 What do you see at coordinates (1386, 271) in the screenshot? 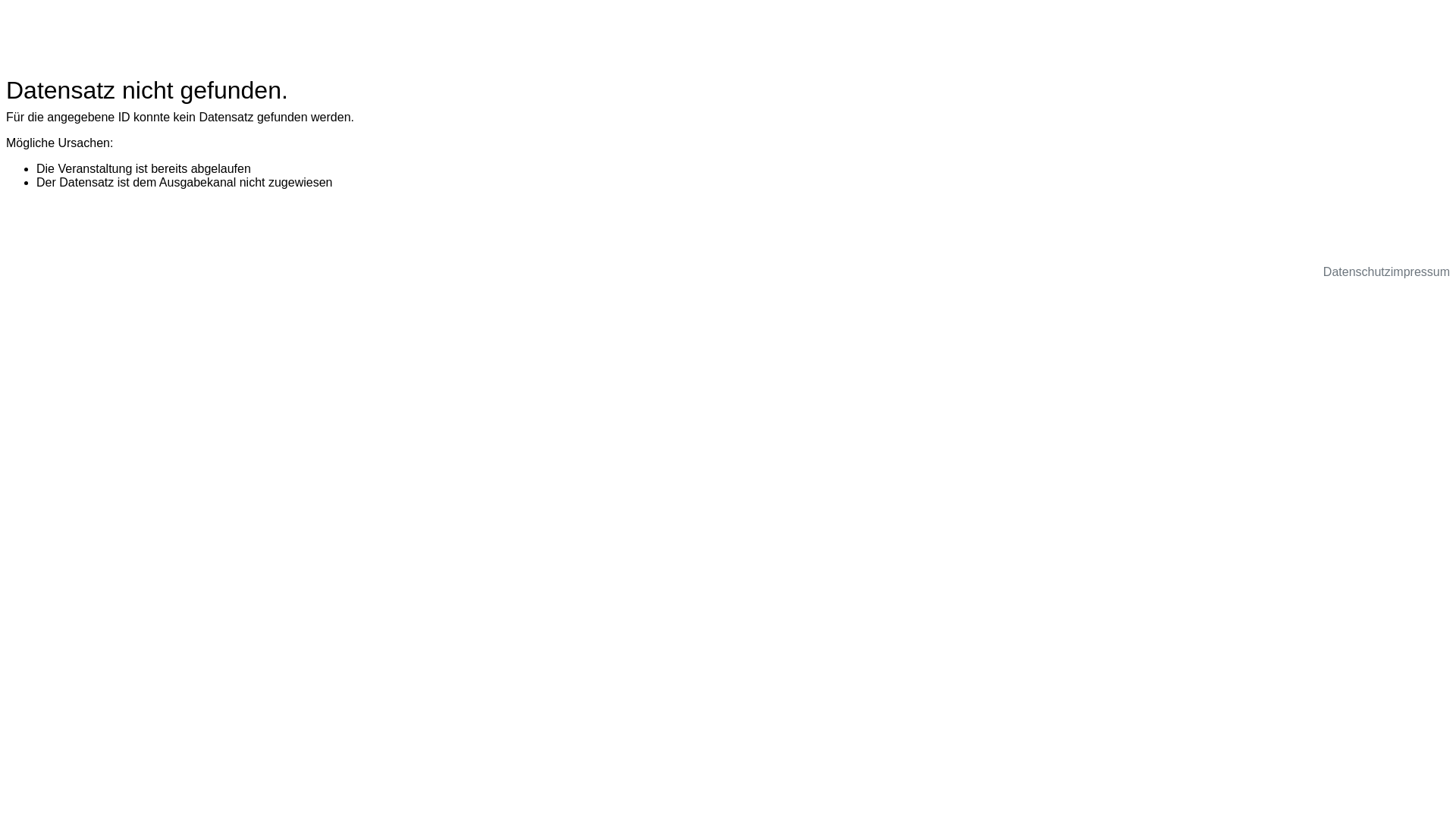
I see `'Datenschutzimpressum'` at bounding box center [1386, 271].